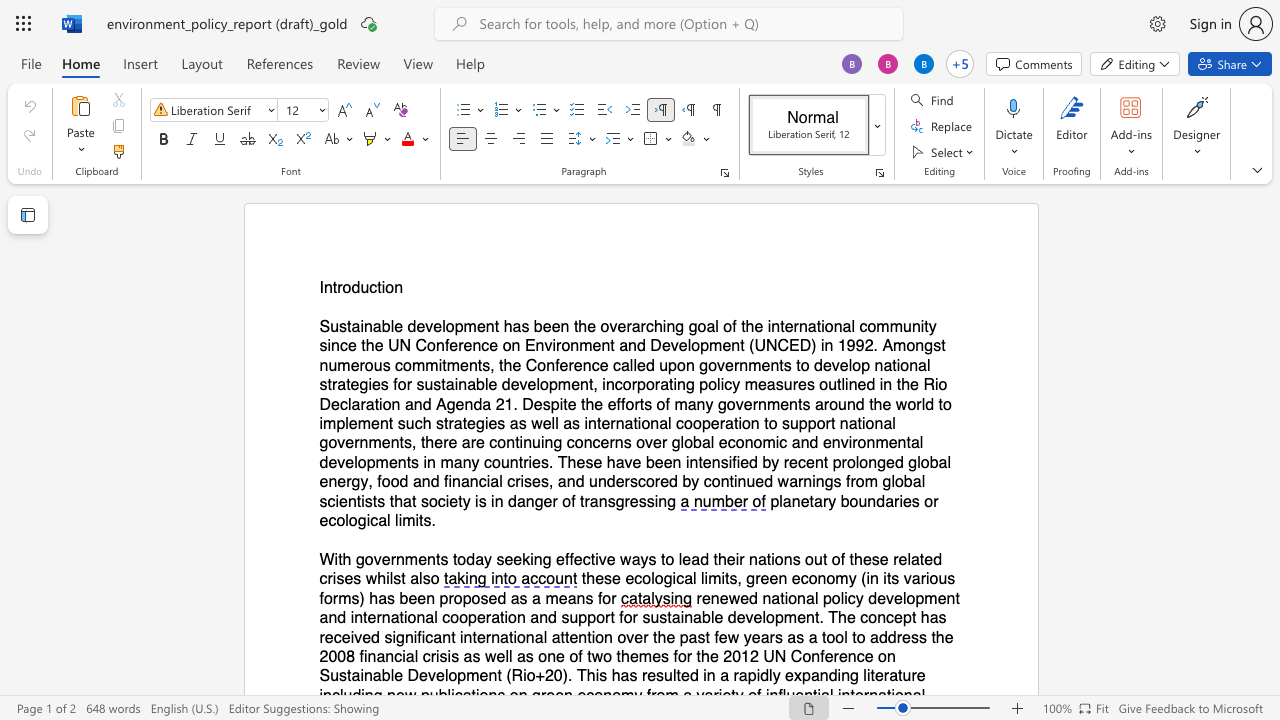  Describe the element at coordinates (337, 288) in the screenshot. I see `the space between the continuous character "t" and "r" in the text` at that location.